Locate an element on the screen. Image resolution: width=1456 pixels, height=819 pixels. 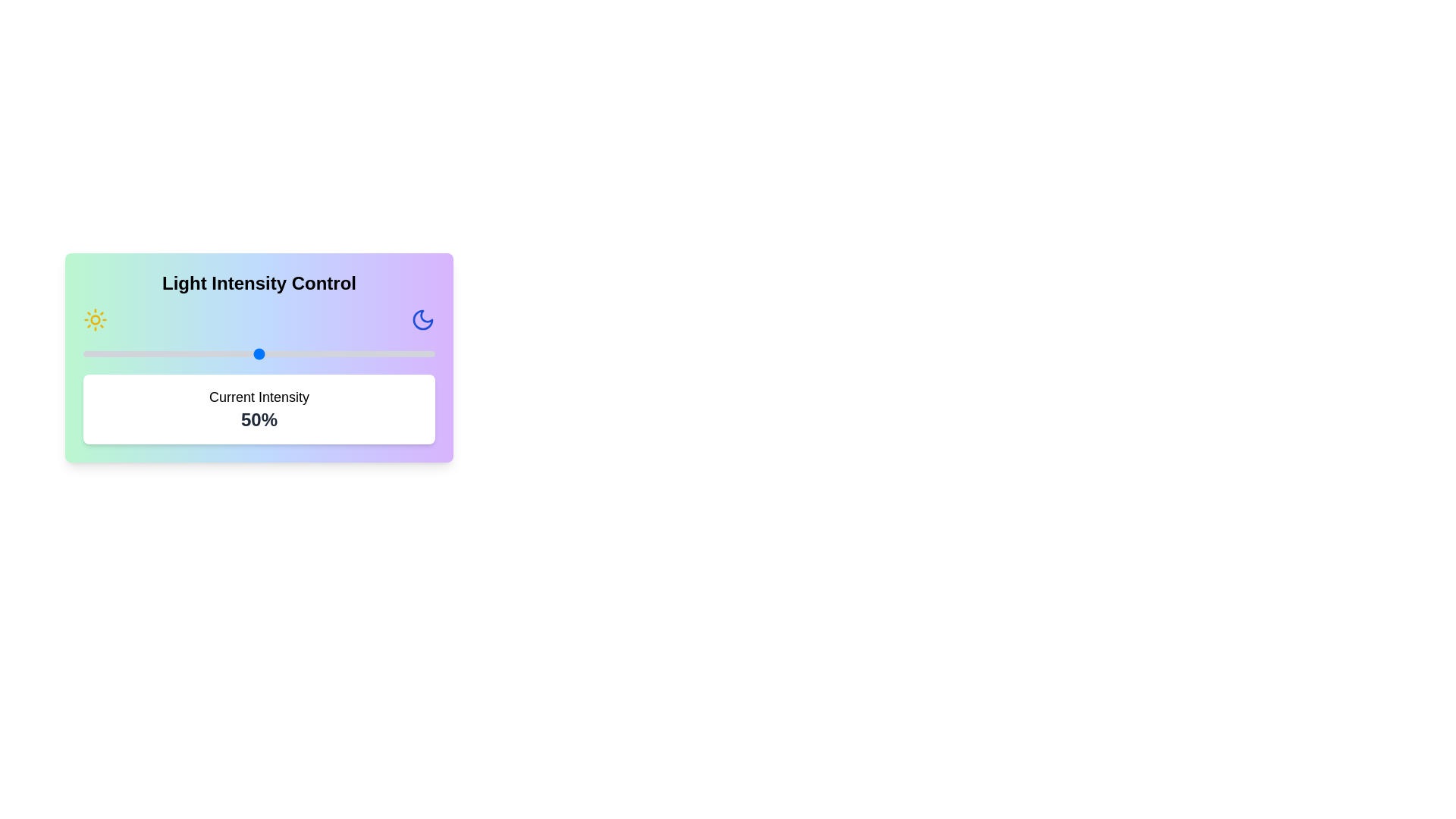
the 'Current Intensity' label which is styled with a larger font size and medium weight, located above the '50%' text inside a white rounded rectangle at the bottom-center of the interface is located at coordinates (259, 397).